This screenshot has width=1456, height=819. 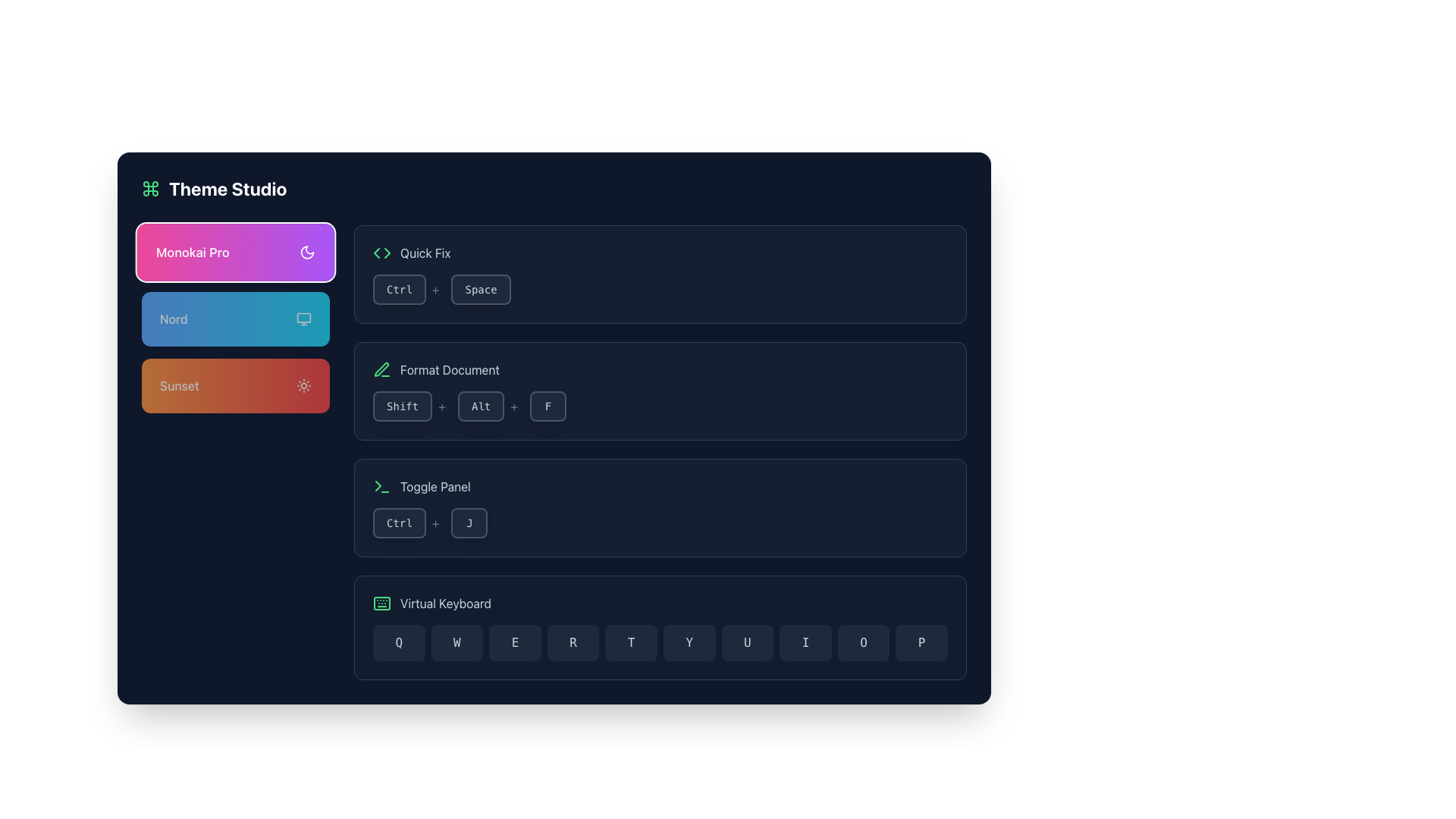 What do you see at coordinates (387, 253) in the screenshot?
I see `the right-pointing chevron icon located in the 'Quick Fix' section next to the text label` at bounding box center [387, 253].